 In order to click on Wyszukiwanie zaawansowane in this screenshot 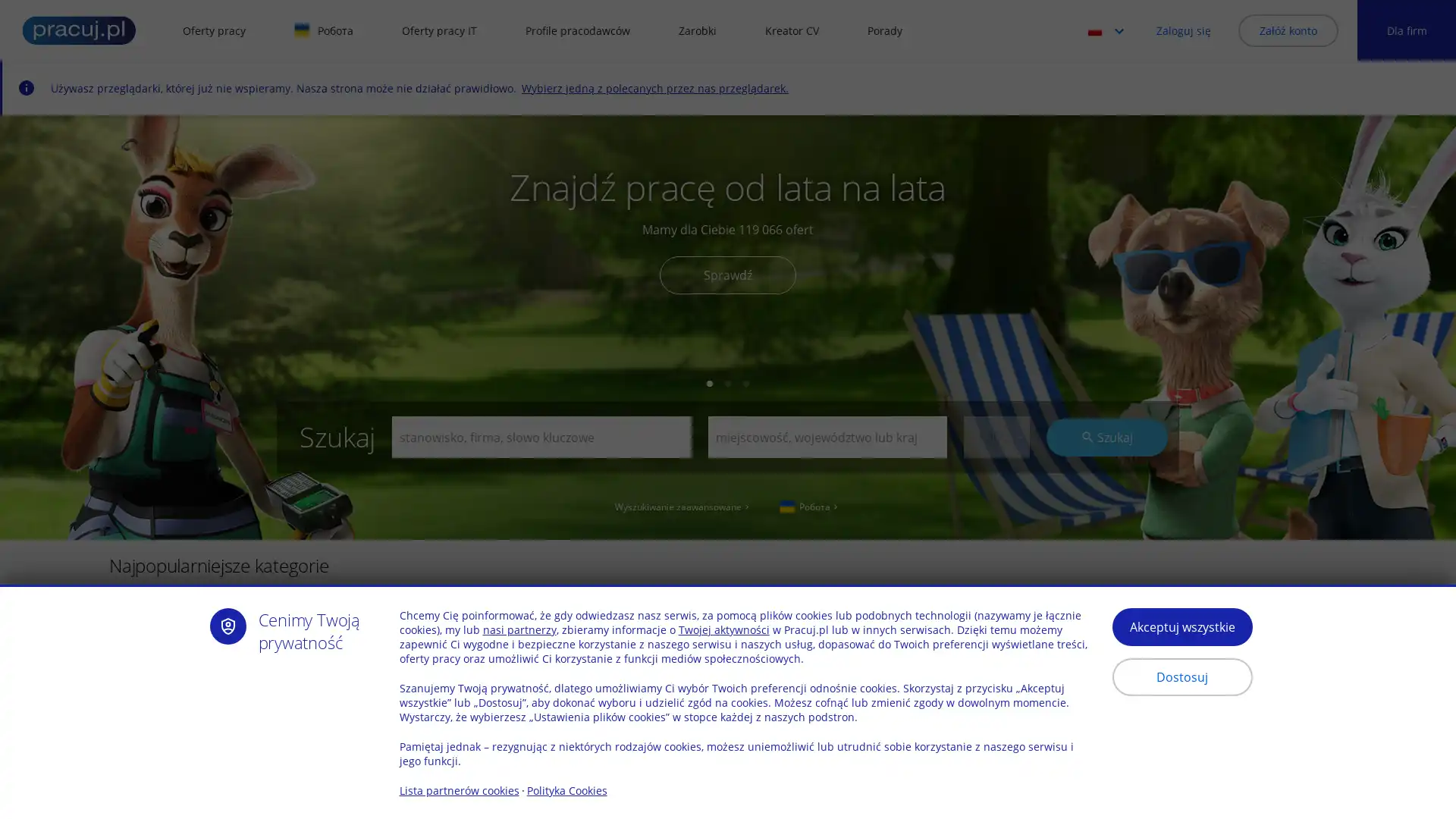, I will do `click(682, 506)`.